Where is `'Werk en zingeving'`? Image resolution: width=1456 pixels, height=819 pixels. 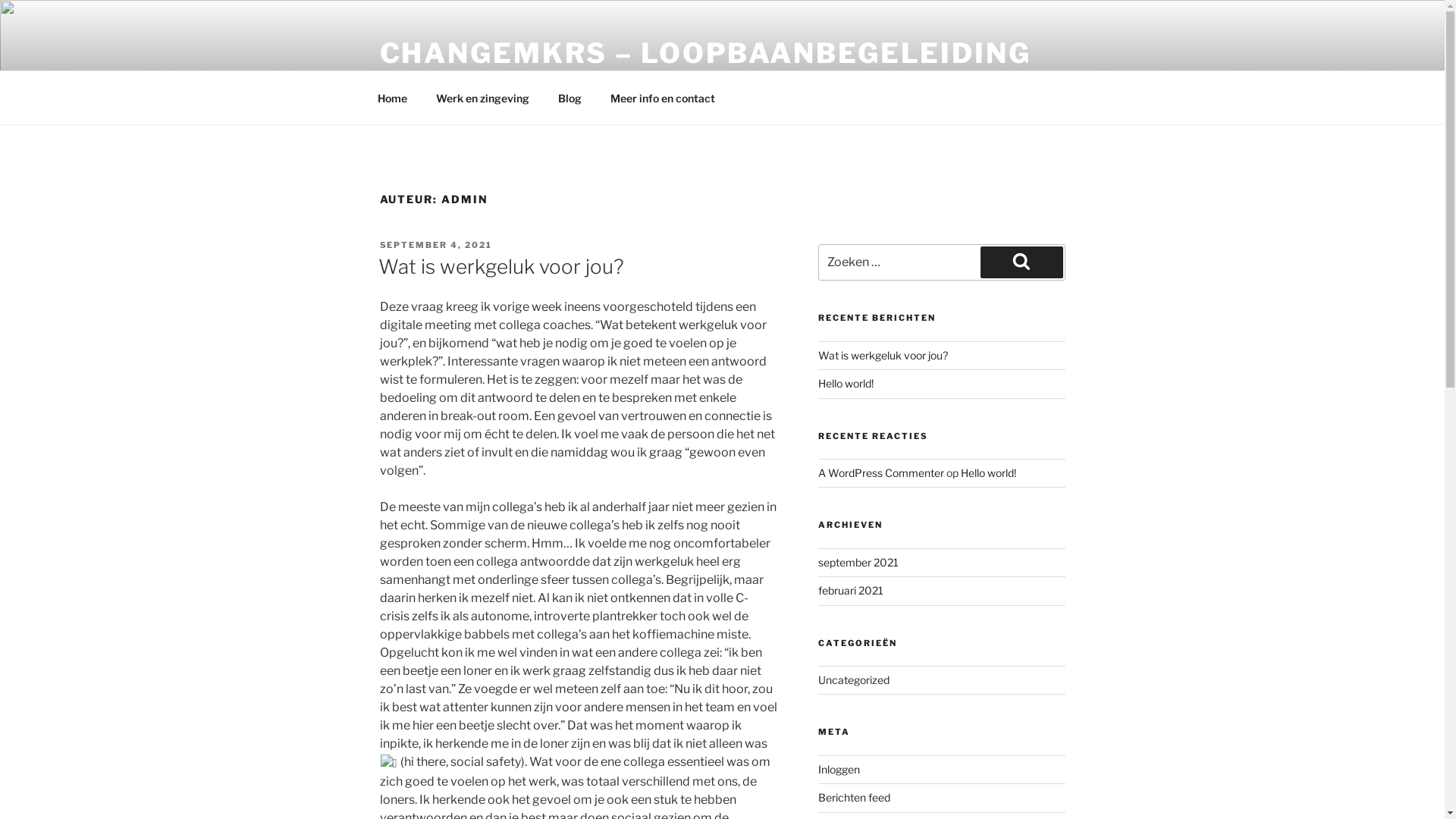 'Werk en zingeving' is located at coordinates (482, 97).